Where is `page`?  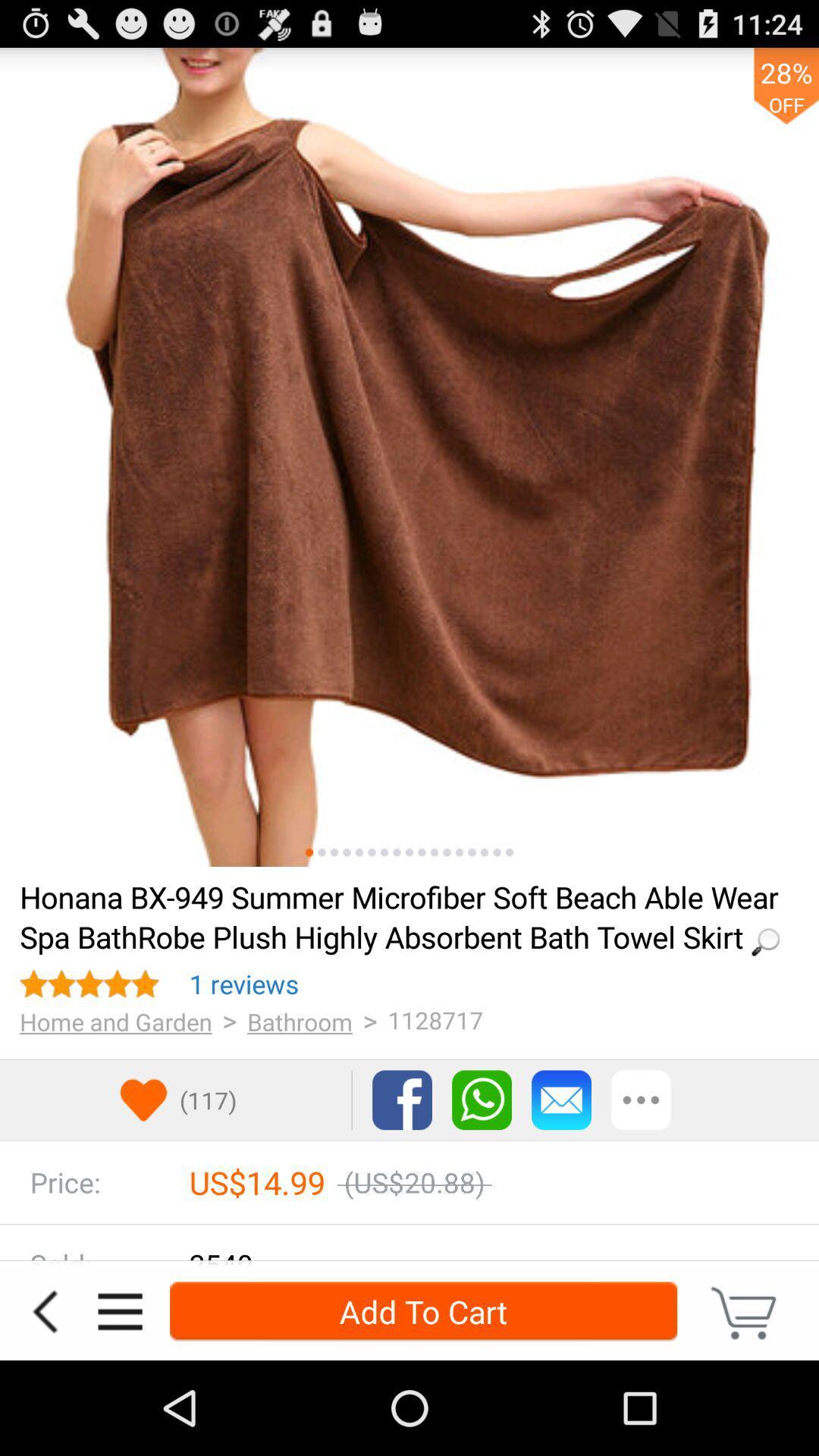
page is located at coordinates (435, 852).